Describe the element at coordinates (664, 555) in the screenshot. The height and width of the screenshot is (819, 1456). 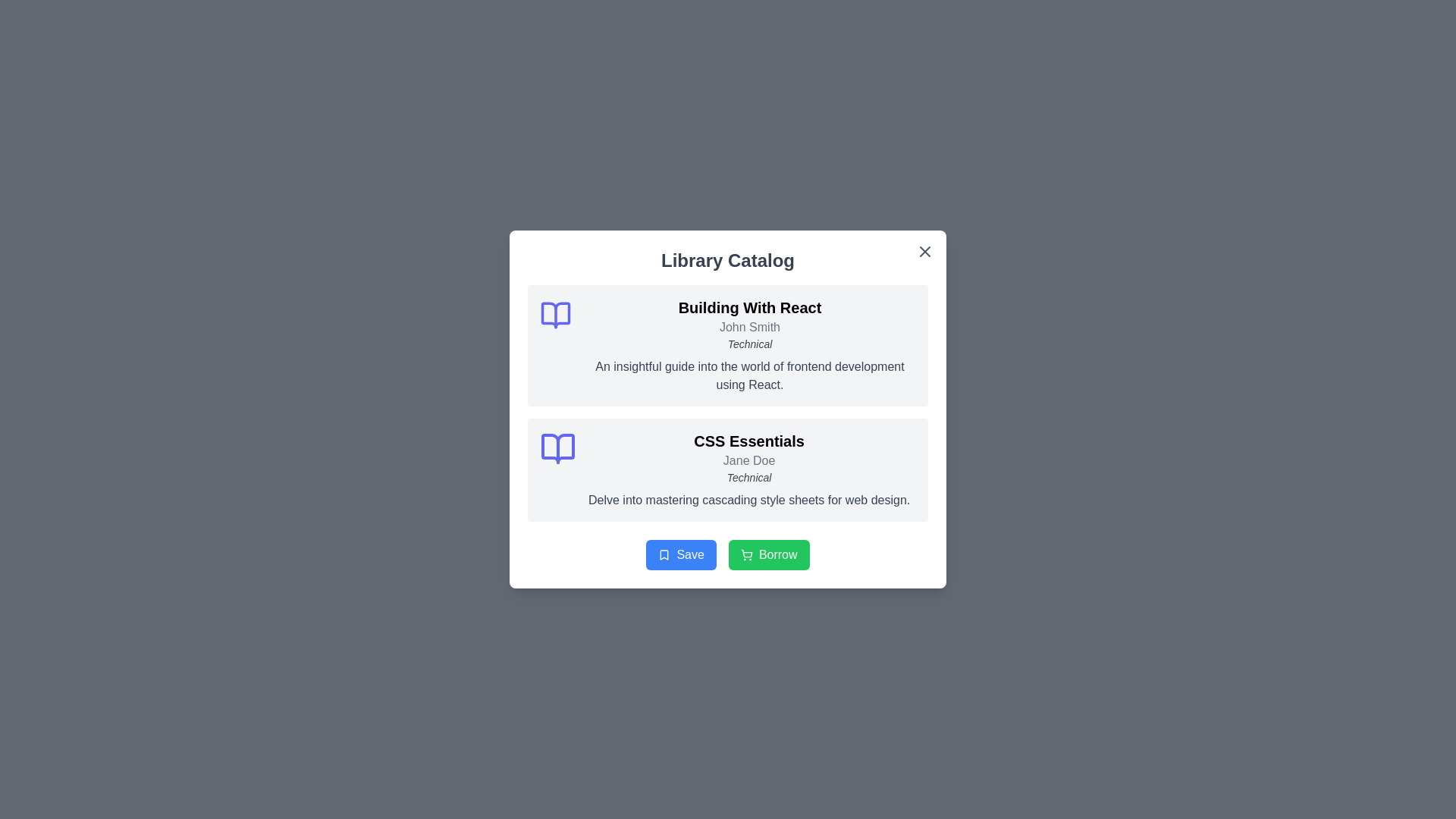
I see `the graphical icon representing the 'CSS Essentials' card, which is the second listing in the dialog interface and is centrally aligned vertically to the text content` at that location.